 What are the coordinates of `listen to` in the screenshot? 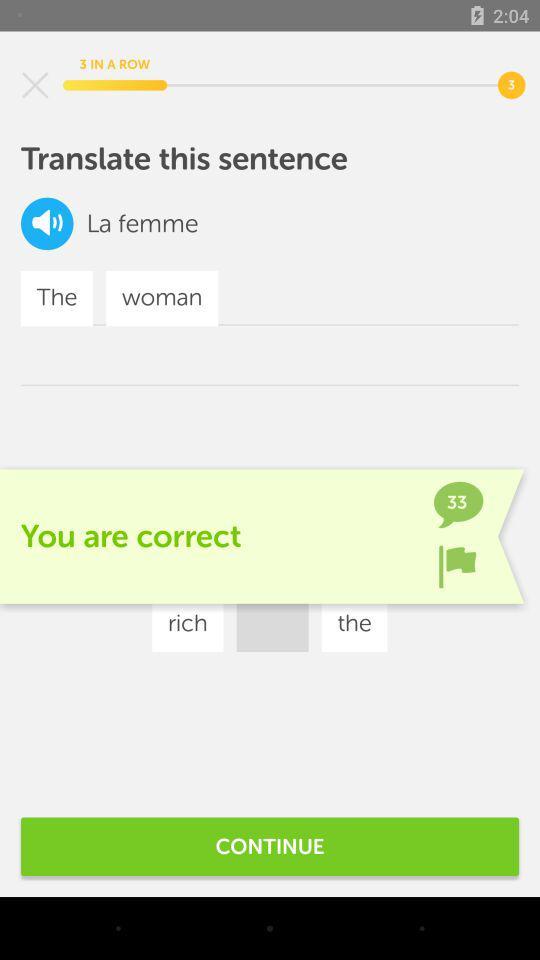 It's located at (47, 223).